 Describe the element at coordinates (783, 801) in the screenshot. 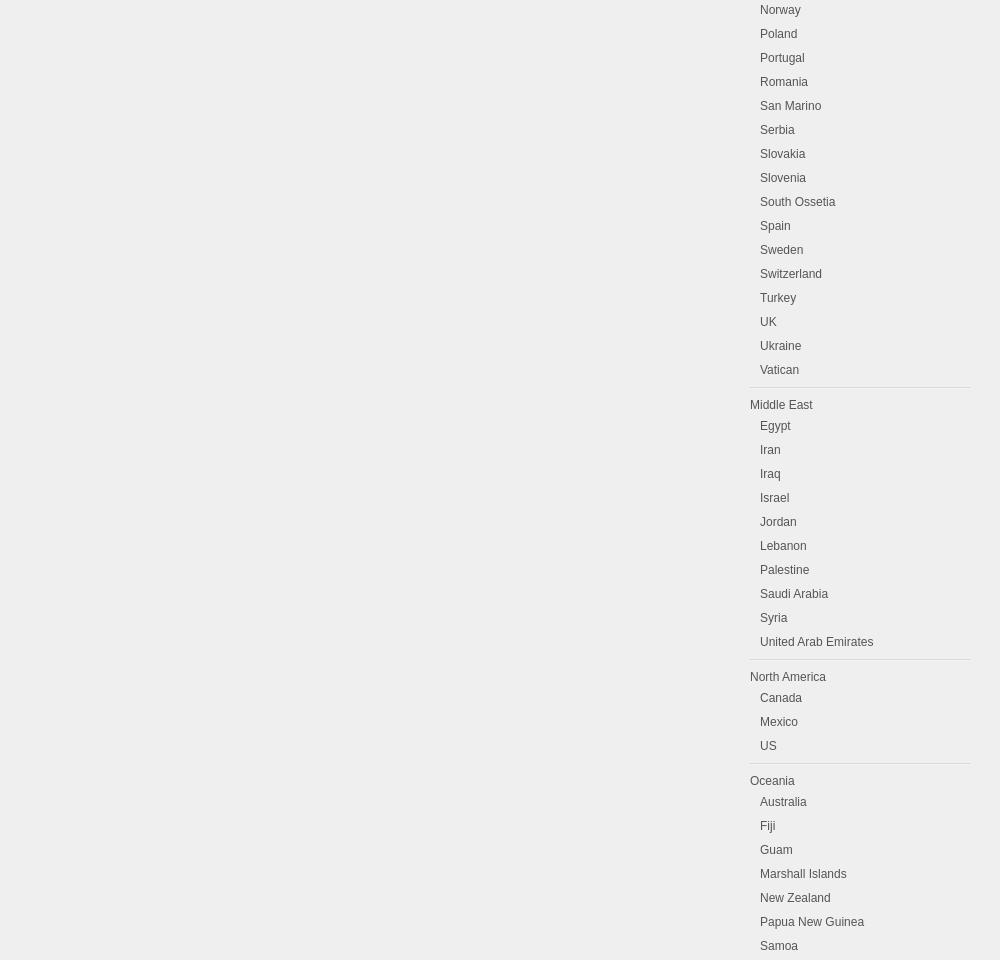

I see `'Australia'` at that location.